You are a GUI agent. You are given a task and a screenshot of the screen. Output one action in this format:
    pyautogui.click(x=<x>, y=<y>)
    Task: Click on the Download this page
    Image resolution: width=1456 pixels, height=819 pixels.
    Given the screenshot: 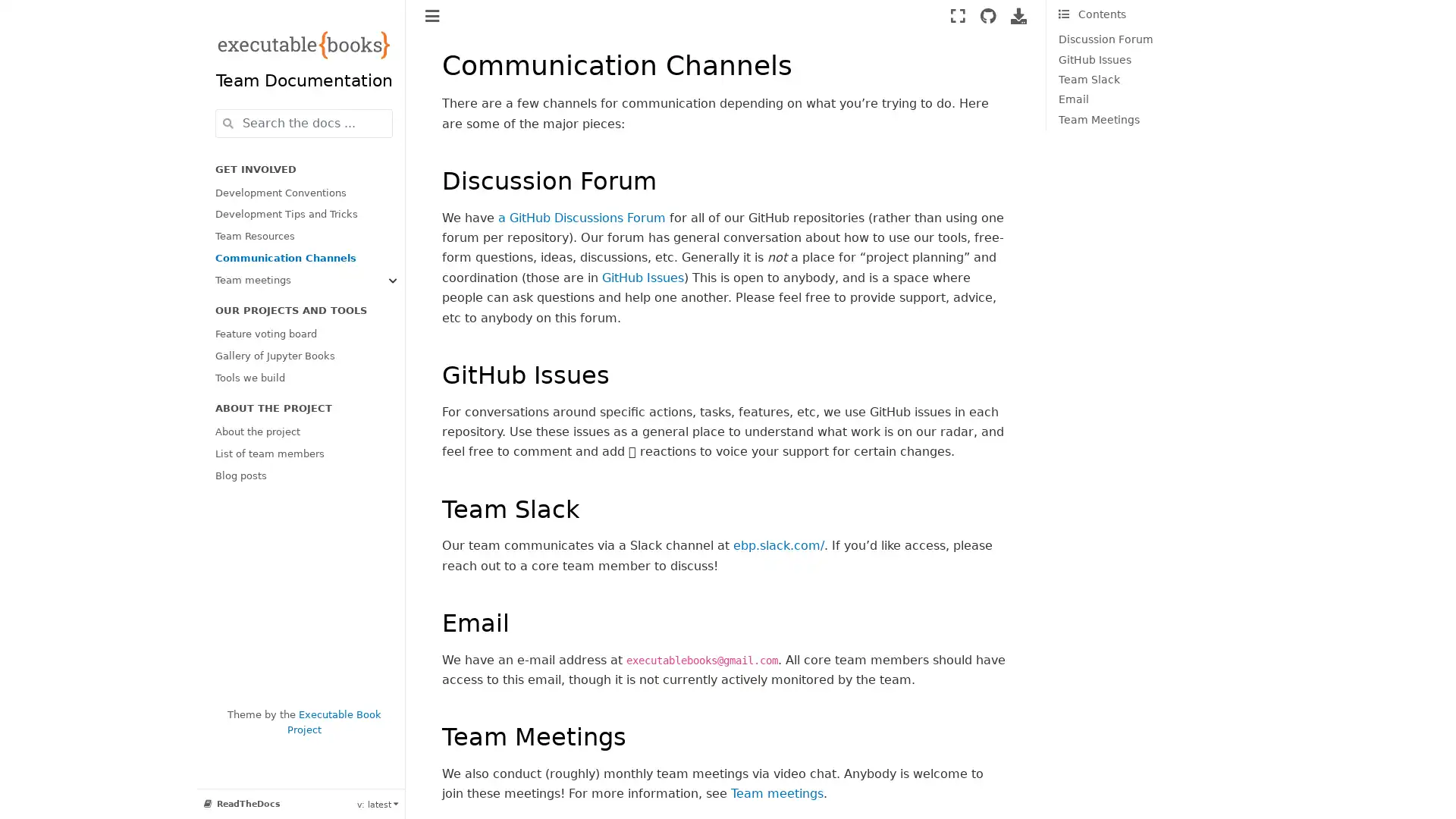 What is the action you would take?
    pyautogui.click(x=1018, y=15)
    